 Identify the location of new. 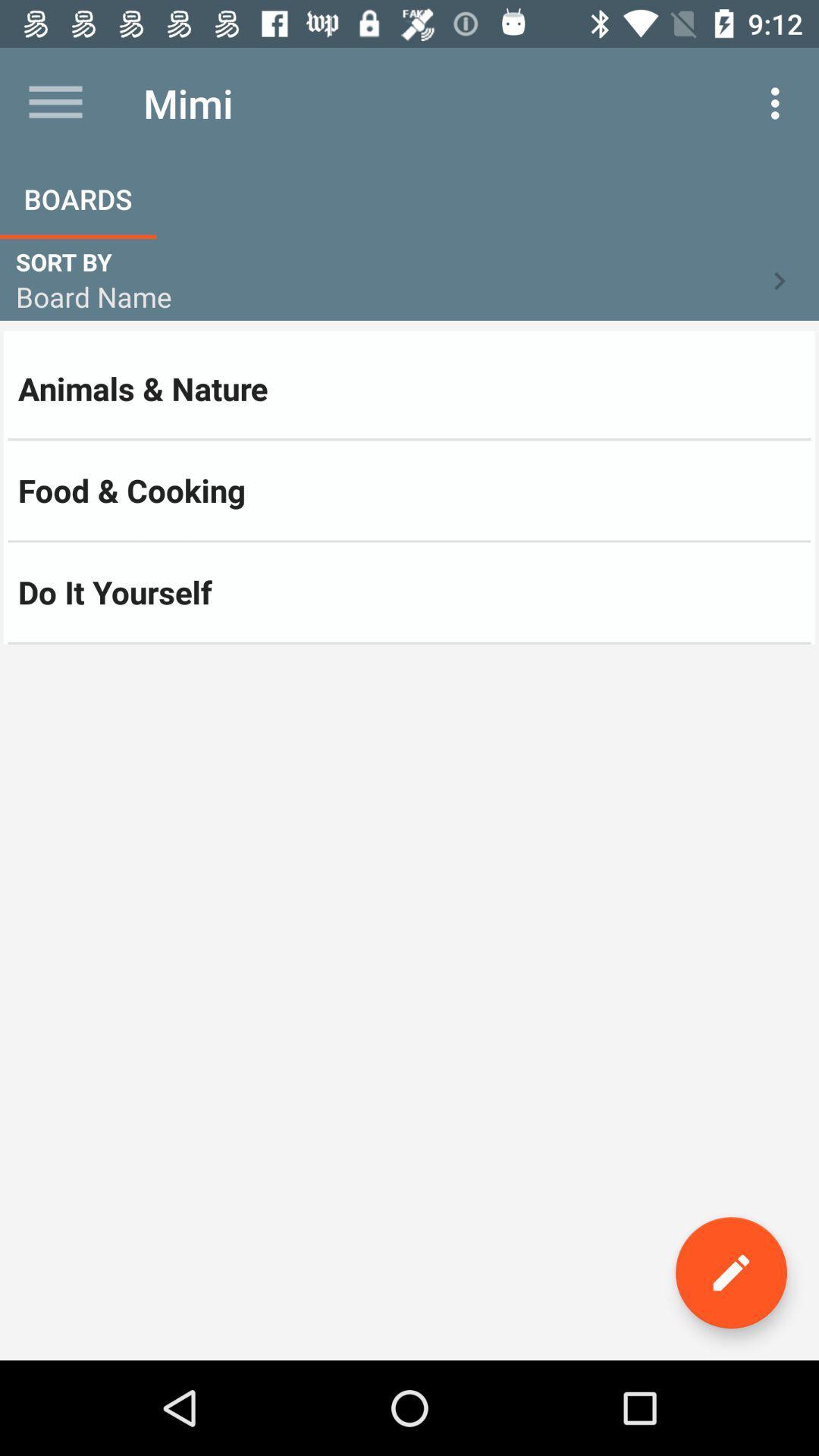
(730, 1272).